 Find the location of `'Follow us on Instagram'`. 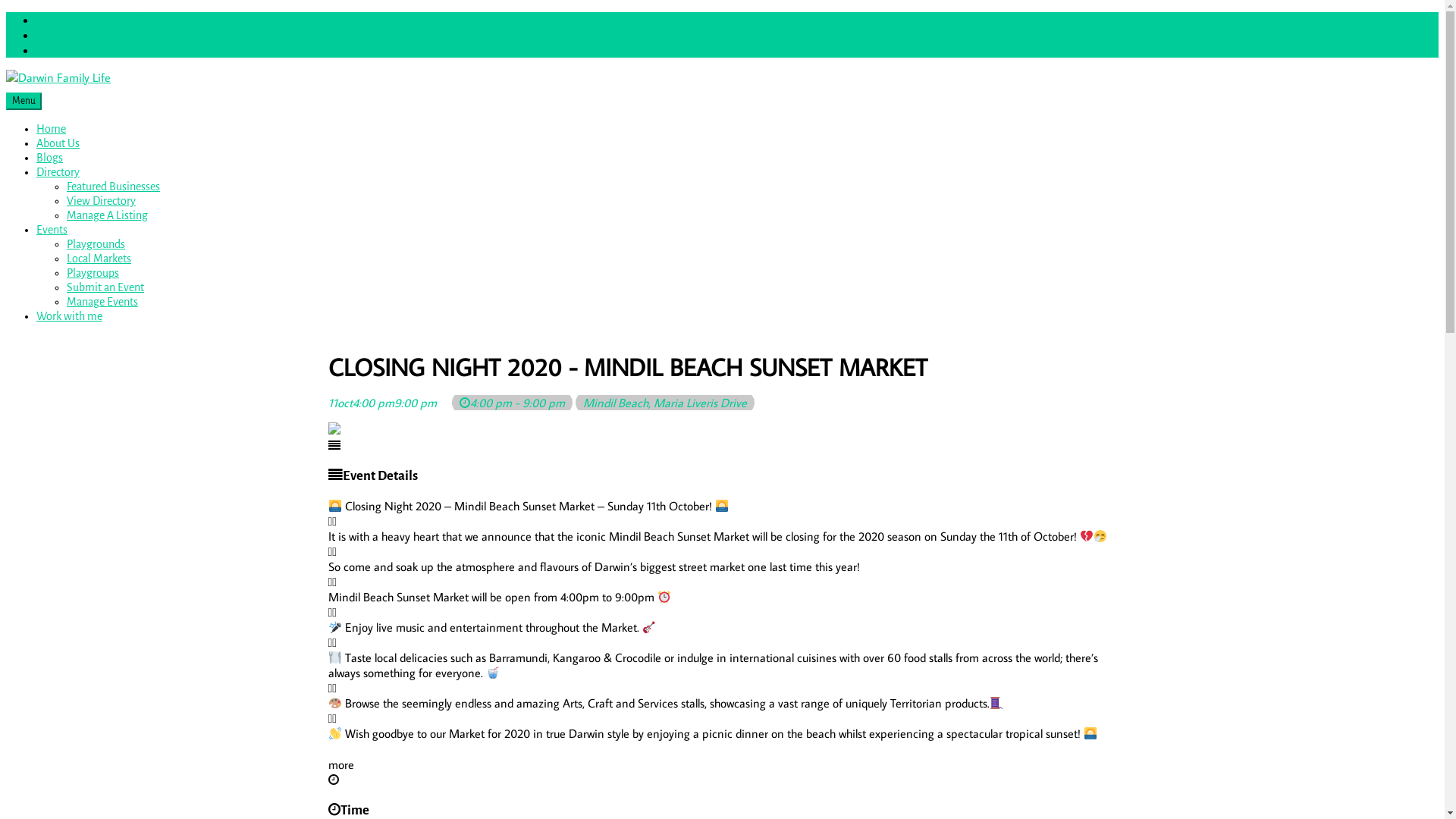

'Follow us on Instagram' is located at coordinates (92, 49).